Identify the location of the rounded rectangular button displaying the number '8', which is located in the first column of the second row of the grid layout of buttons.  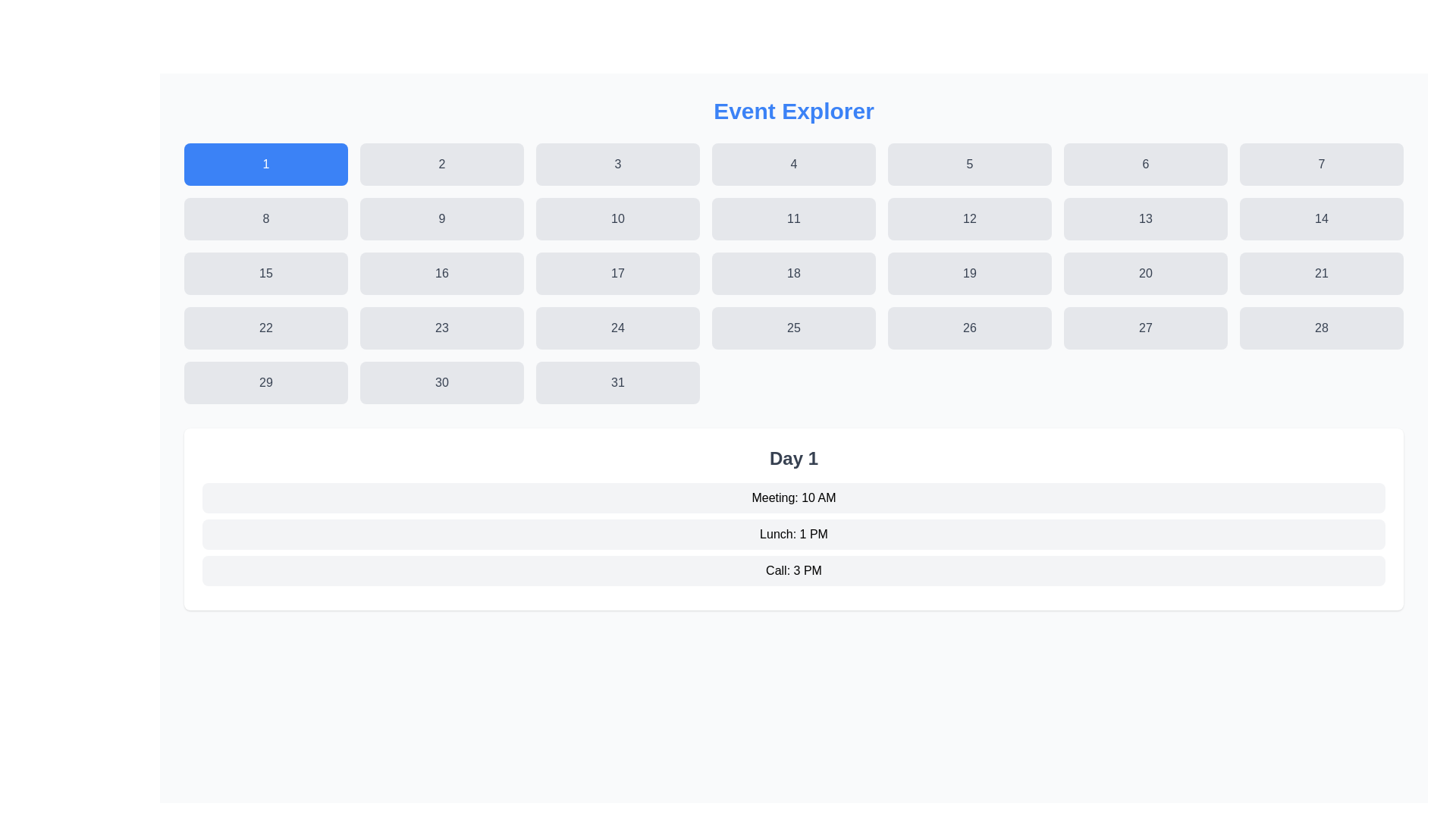
(265, 219).